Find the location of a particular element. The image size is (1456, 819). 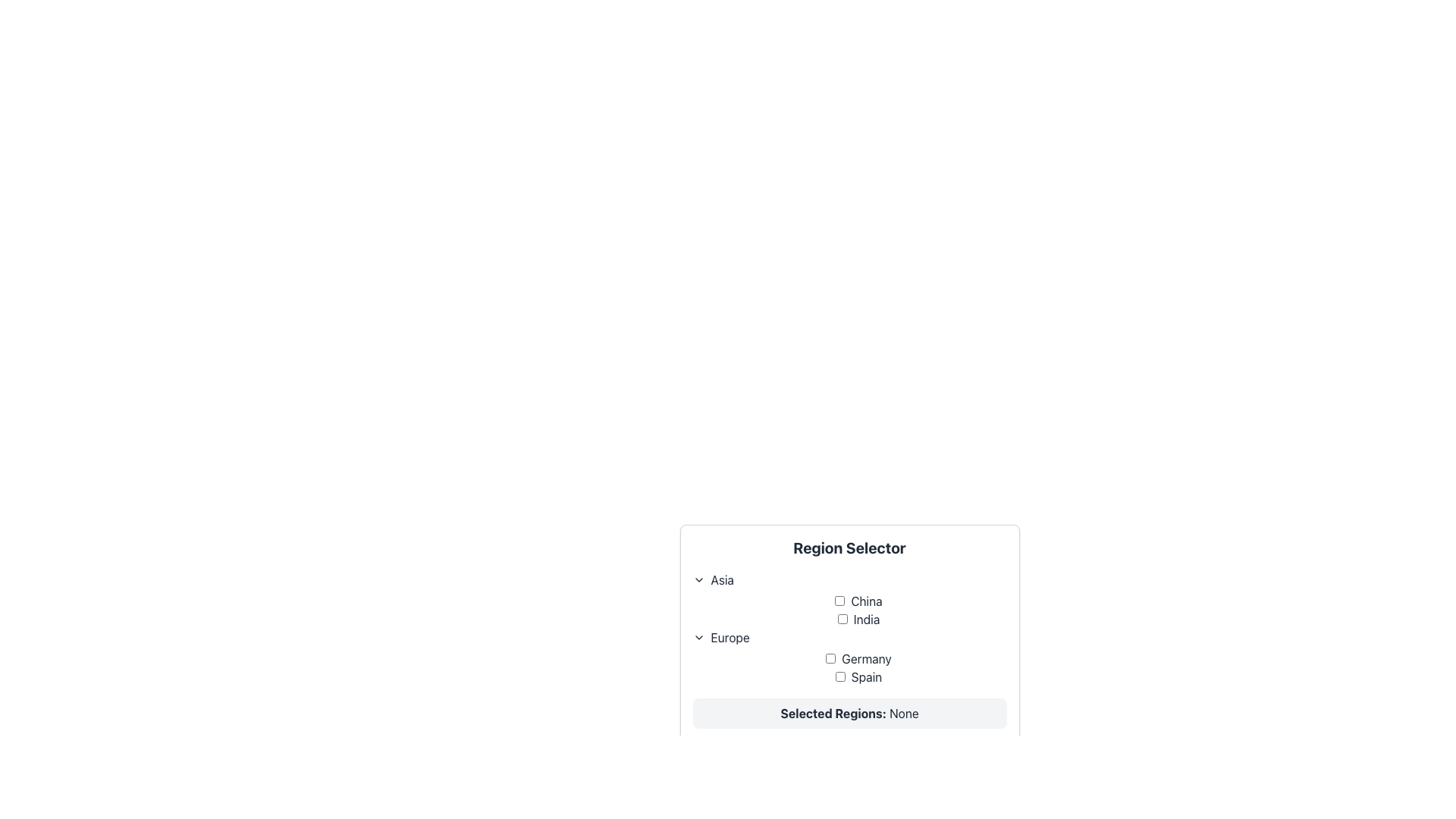

the checkbox next to 'Germany' in the 'Europe' section of the 'Region Selector' interface is located at coordinates (849, 667).